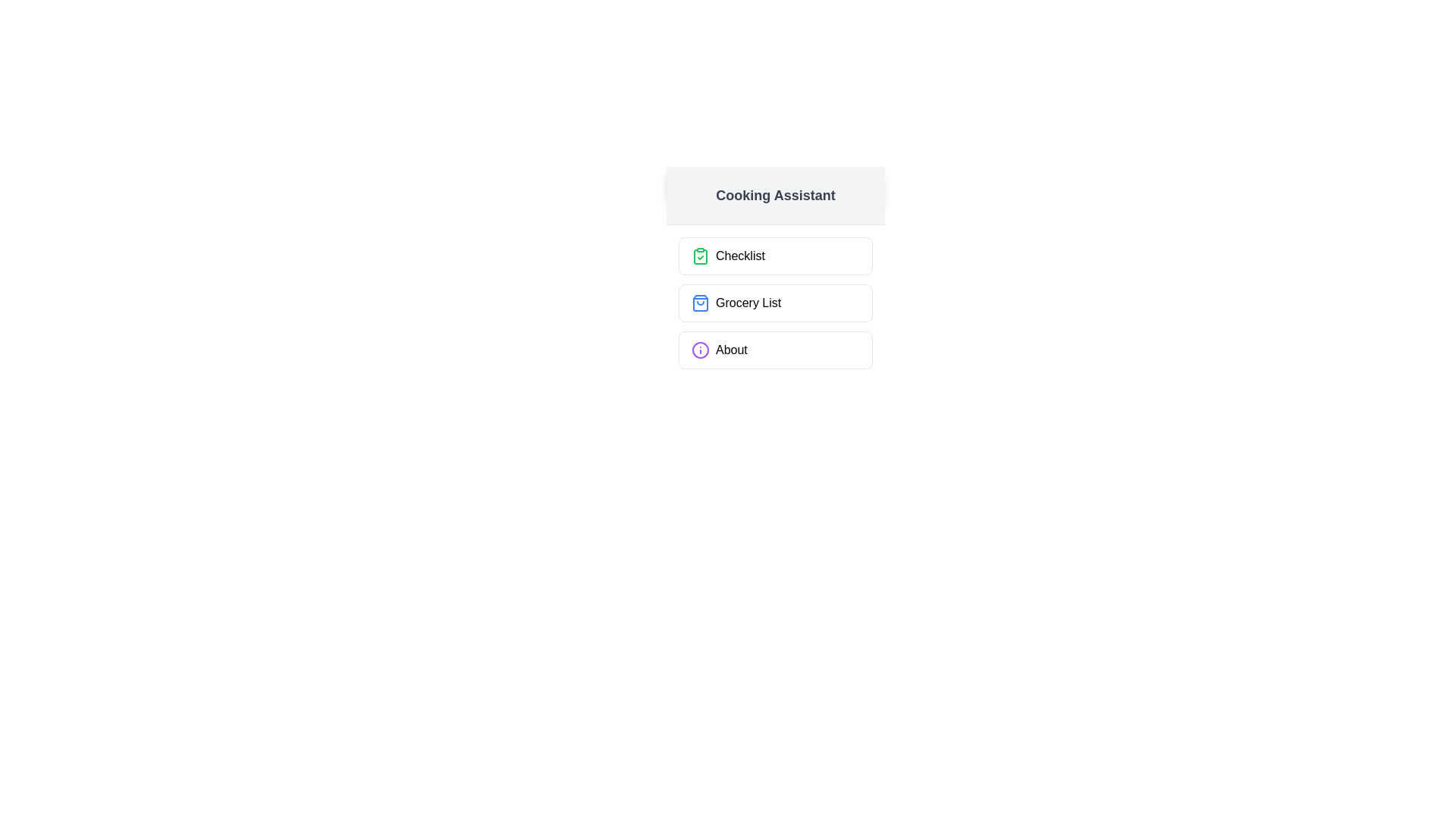  Describe the element at coordinates (700, 303) in the screenshot. I see `the icon accompanying the Grocery List button` at that location.